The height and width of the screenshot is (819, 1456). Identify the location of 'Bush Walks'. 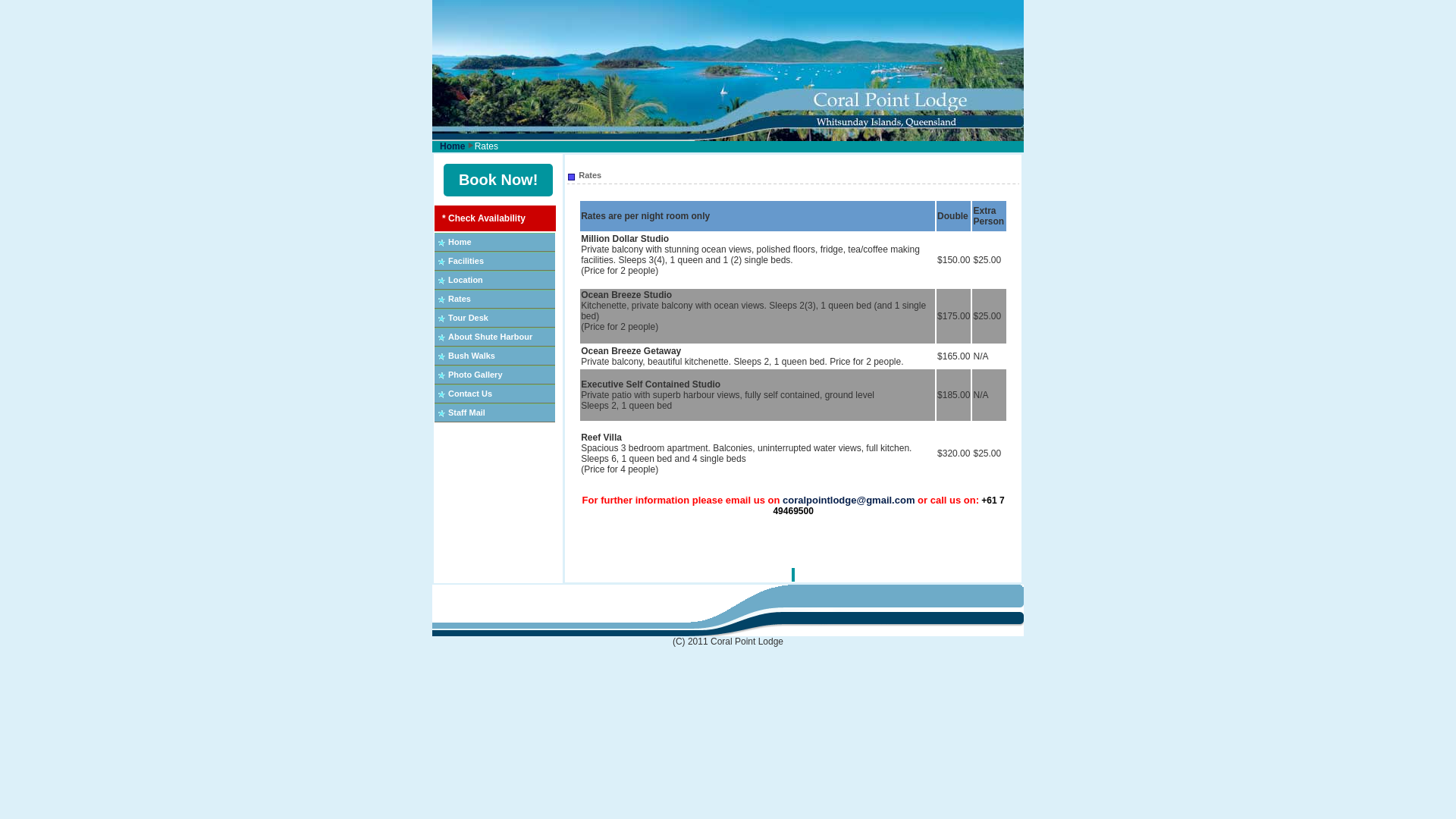
(471, 356).